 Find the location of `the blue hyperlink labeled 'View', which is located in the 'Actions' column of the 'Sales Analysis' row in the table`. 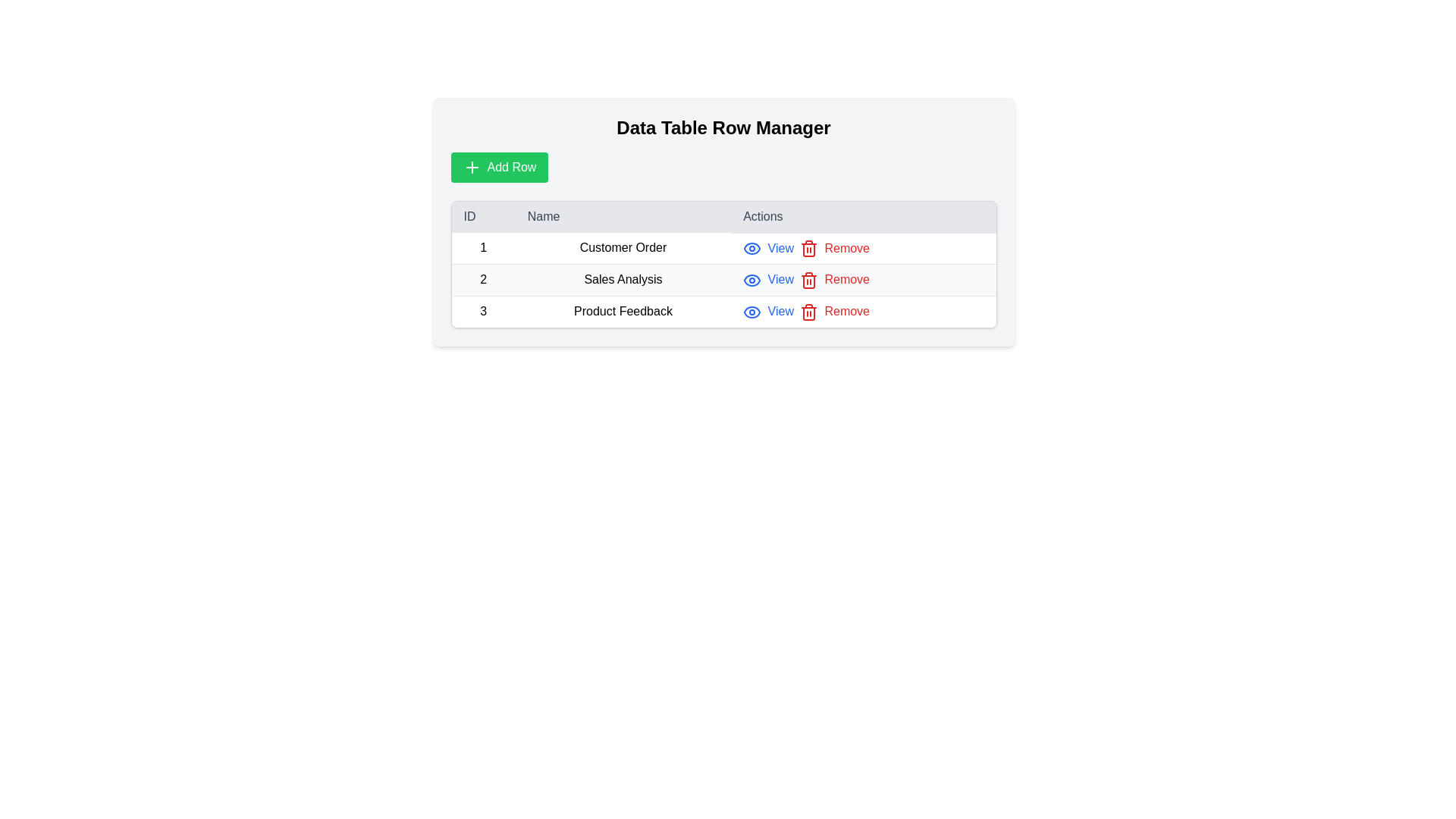

the blue hyperlink labeled 'View', which is located in the 'Actions' column of the 'Sales Analysis' row in the table is located at coordinates (768, 280).